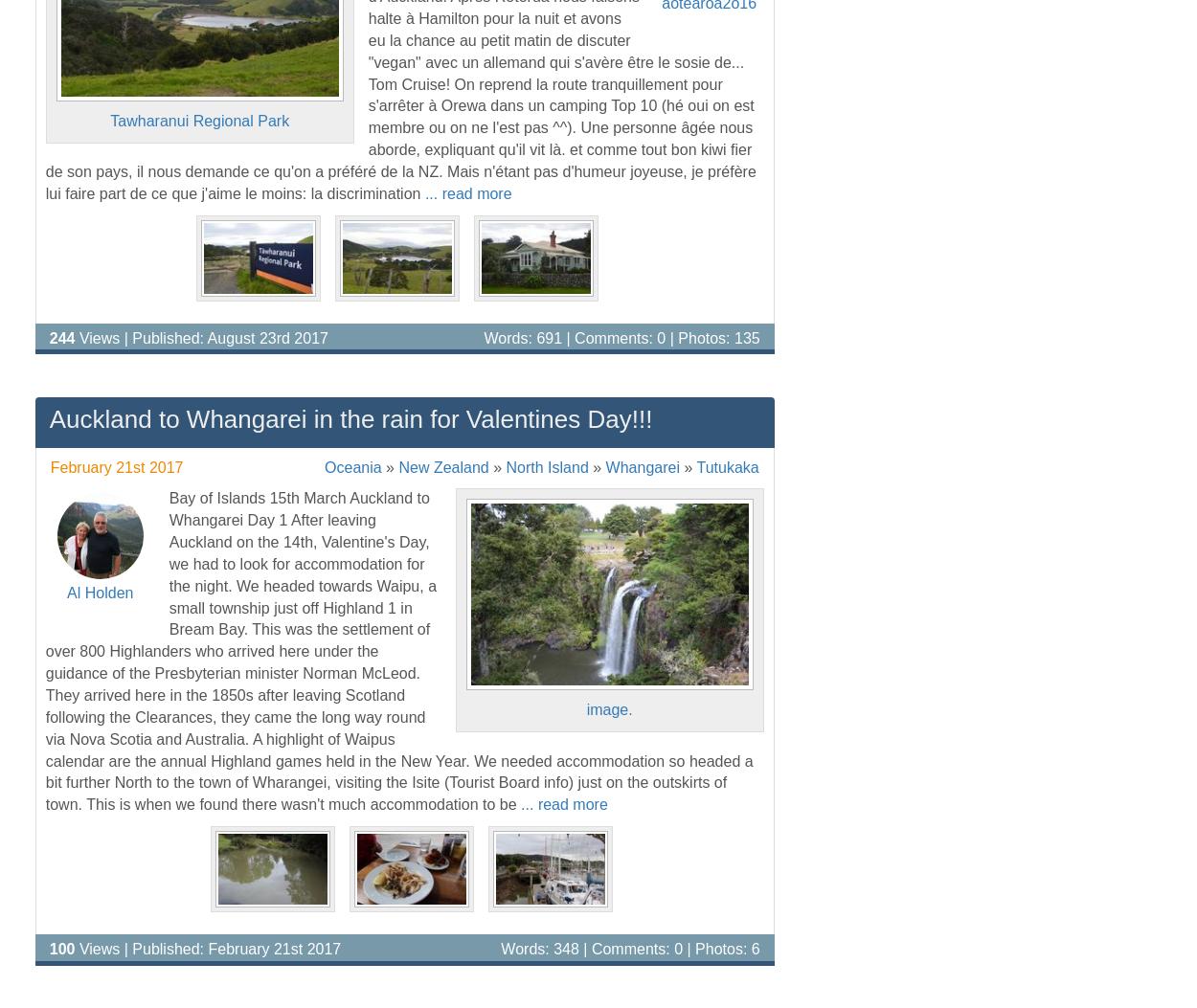 The image size is (1197, 1008). Describe the element at coordinates (207, 948) in the screenshot. I see `'Views | Published: February 21st 2017'` at that location.